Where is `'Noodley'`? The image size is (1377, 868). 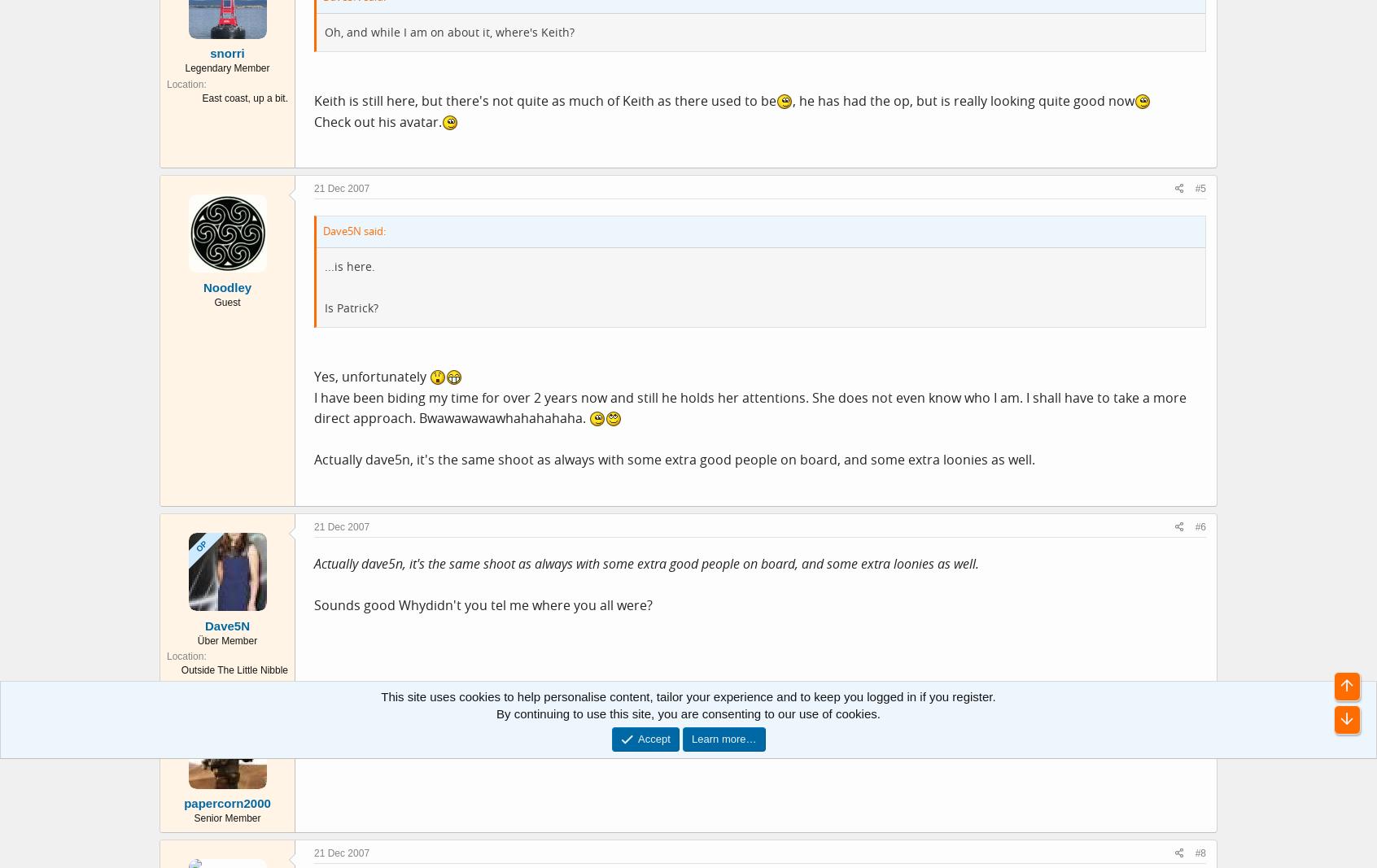
'Noodley' is located at coordinates (227, 286).